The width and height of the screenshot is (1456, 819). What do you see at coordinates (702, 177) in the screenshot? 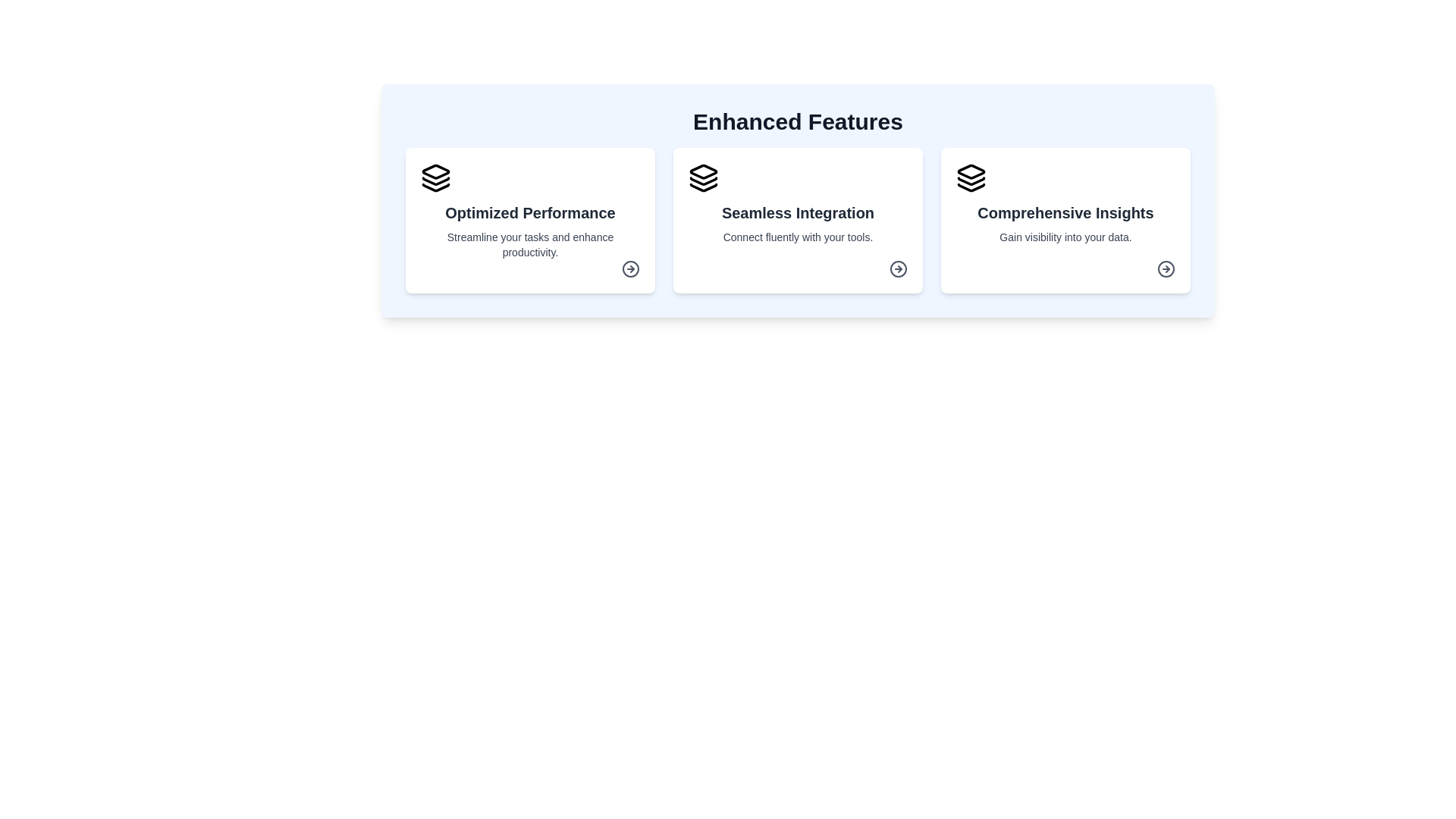
I see `the blue layered content SVG icon located at the top of the second card in the 'Enhanced Features' section, which is positioned above the heading 'Seamless Integration'` at bounding box center [702, 177].